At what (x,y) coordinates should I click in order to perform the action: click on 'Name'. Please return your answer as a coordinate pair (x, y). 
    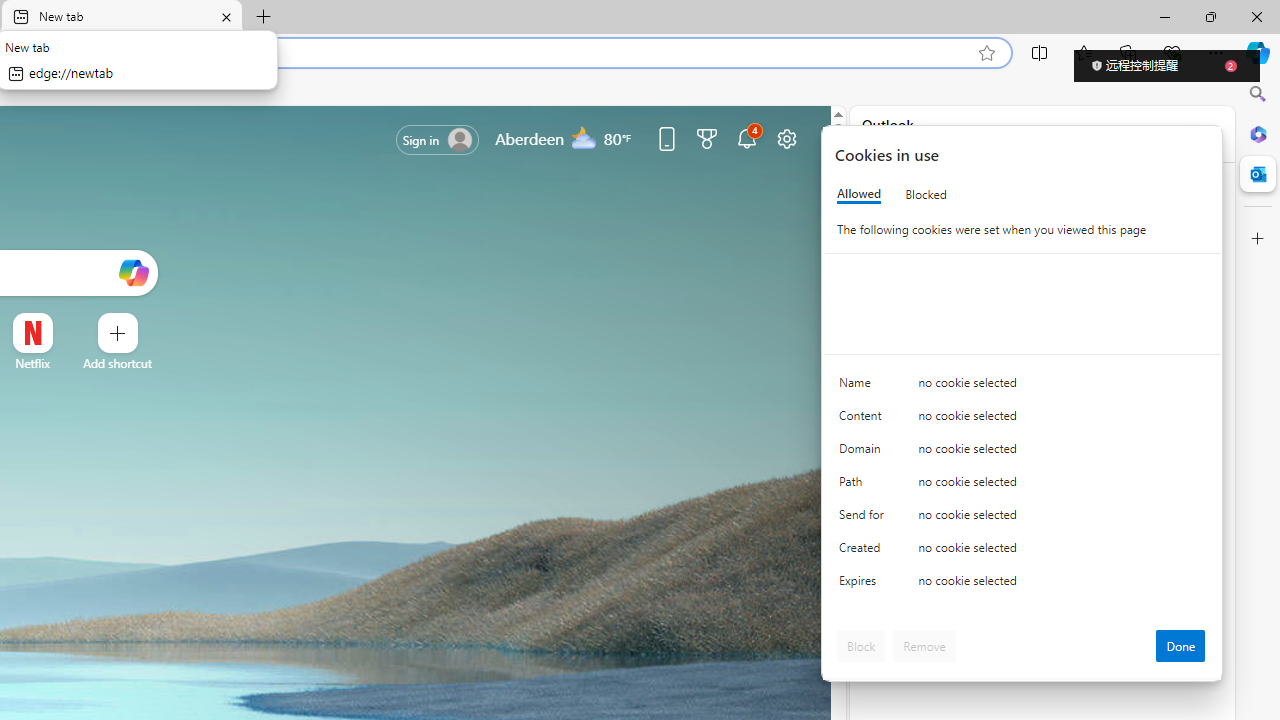
    Looking at the image, I should click on (865, 387).